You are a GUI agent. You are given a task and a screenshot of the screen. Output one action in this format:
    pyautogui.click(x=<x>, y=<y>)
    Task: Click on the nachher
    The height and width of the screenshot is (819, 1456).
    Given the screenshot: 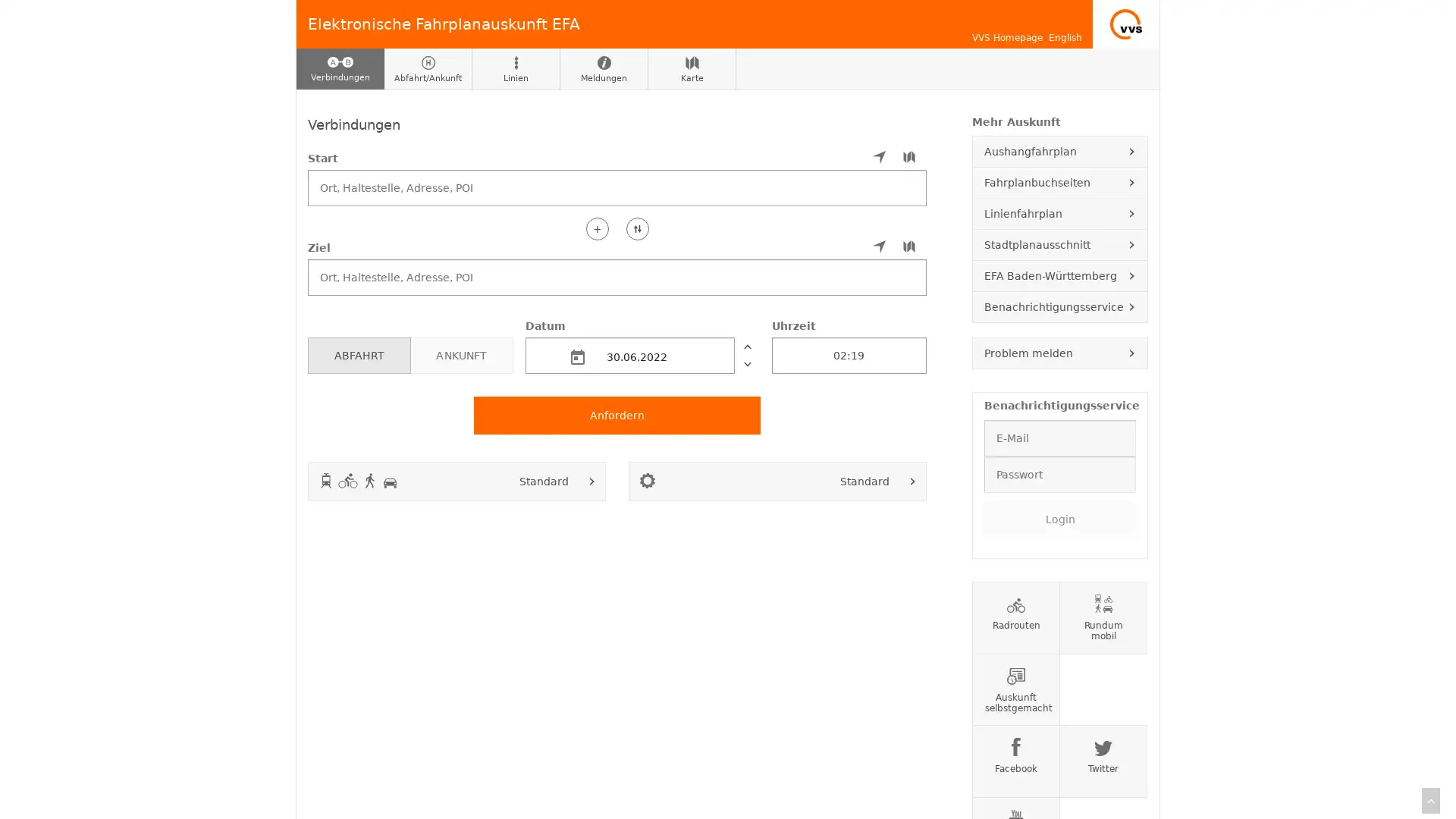 What is the action you would take?
    pyautogui.click(x=746, y=363)
    